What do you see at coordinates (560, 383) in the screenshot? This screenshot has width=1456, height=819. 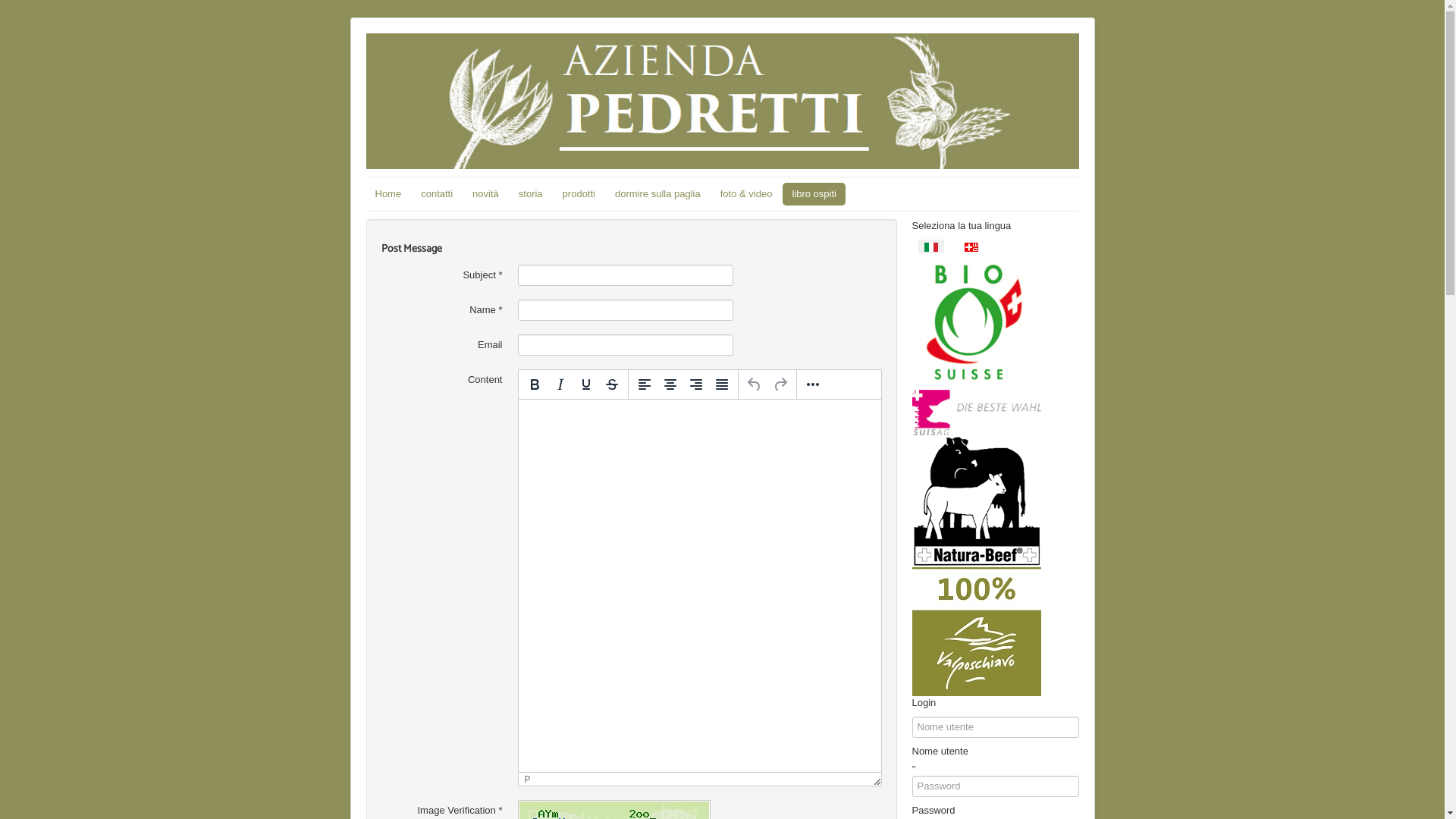 I see `'Corsivo'` at bounding box center [560, 383].